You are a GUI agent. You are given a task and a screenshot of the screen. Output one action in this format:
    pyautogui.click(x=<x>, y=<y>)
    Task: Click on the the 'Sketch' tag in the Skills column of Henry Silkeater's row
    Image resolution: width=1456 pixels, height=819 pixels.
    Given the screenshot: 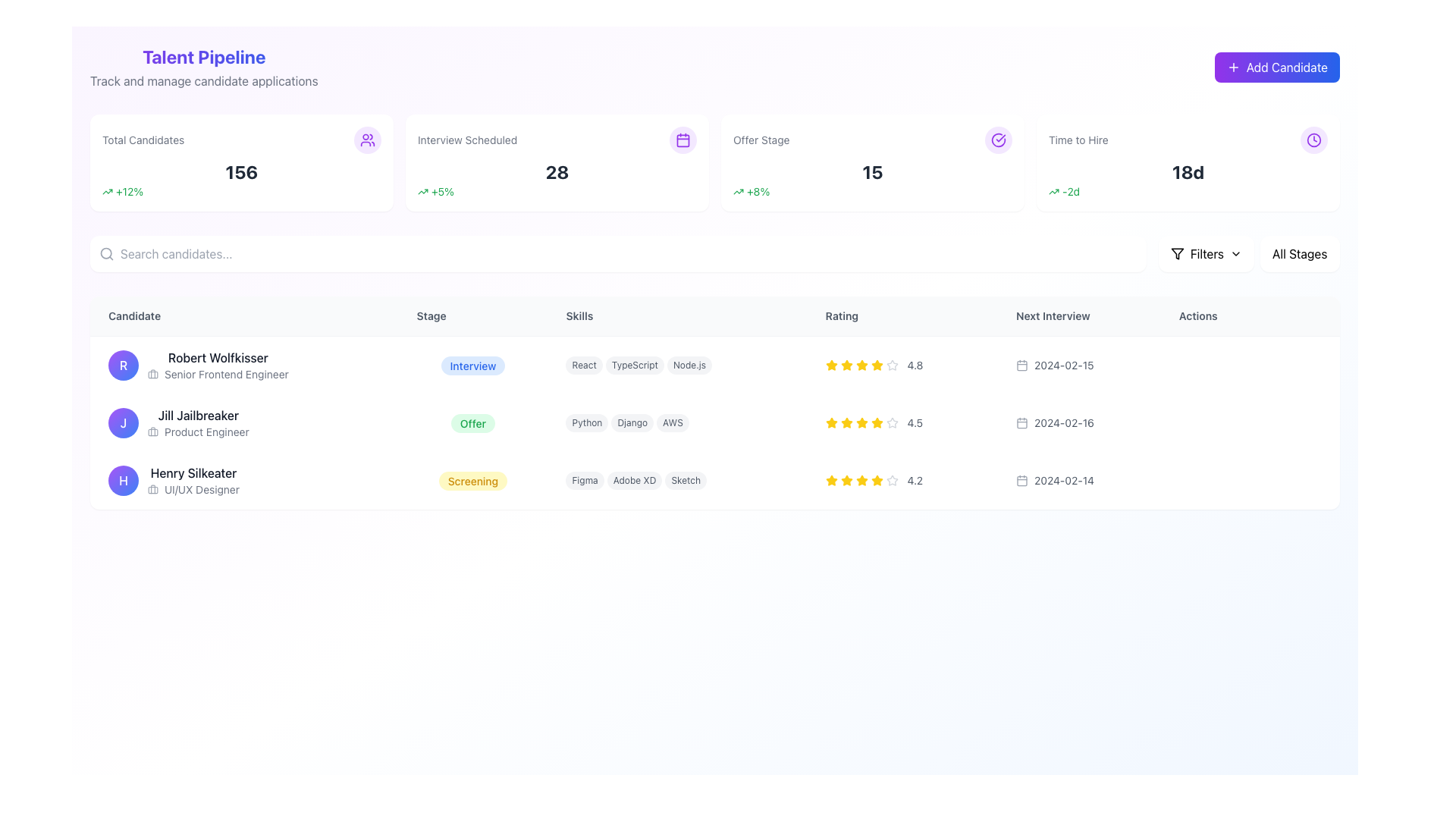 What is the action you would take?
    pyautogui.click(x=676, y=480)
    